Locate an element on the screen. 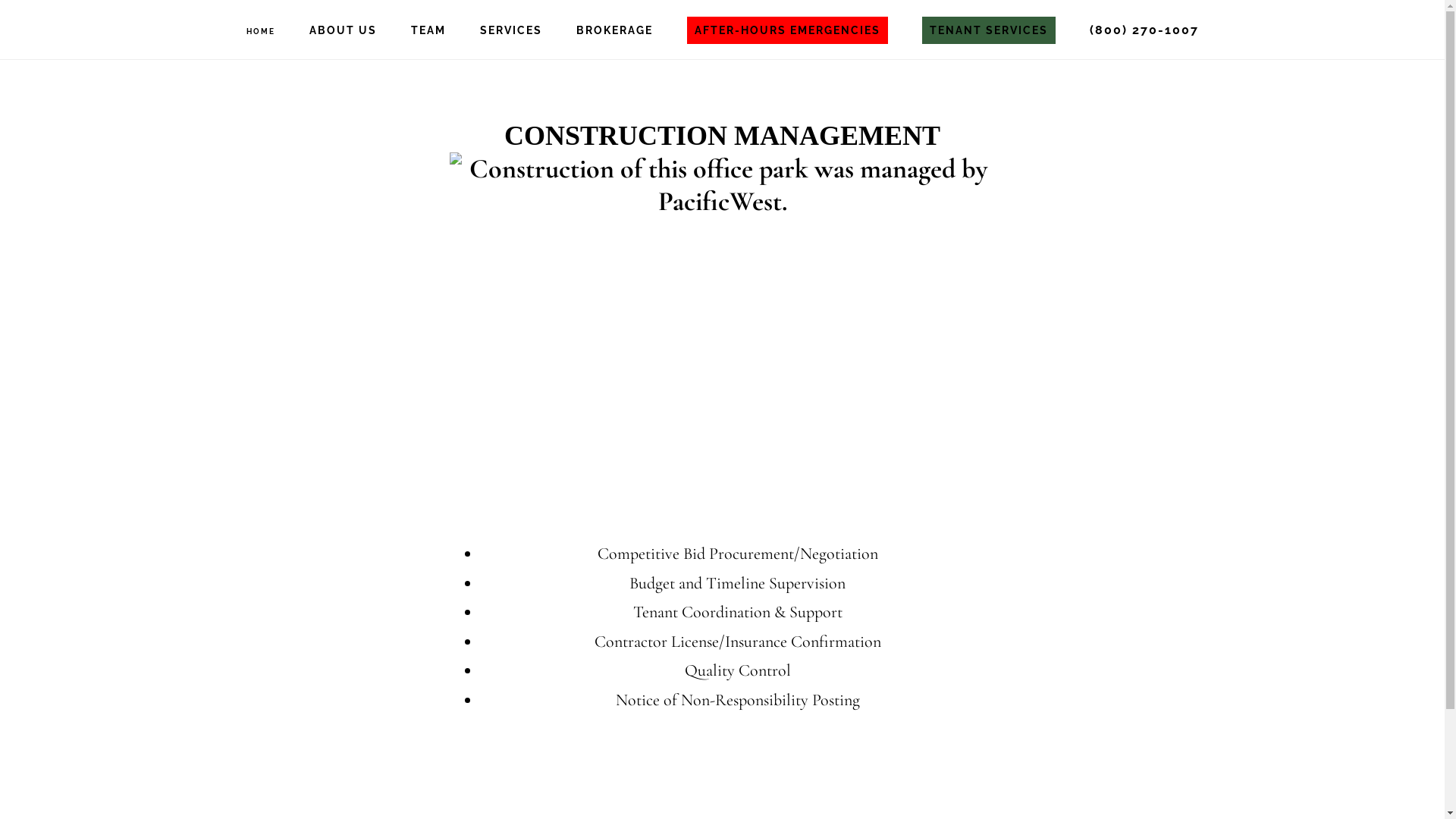  'SERVICES' is located at coordinates (510, 30).